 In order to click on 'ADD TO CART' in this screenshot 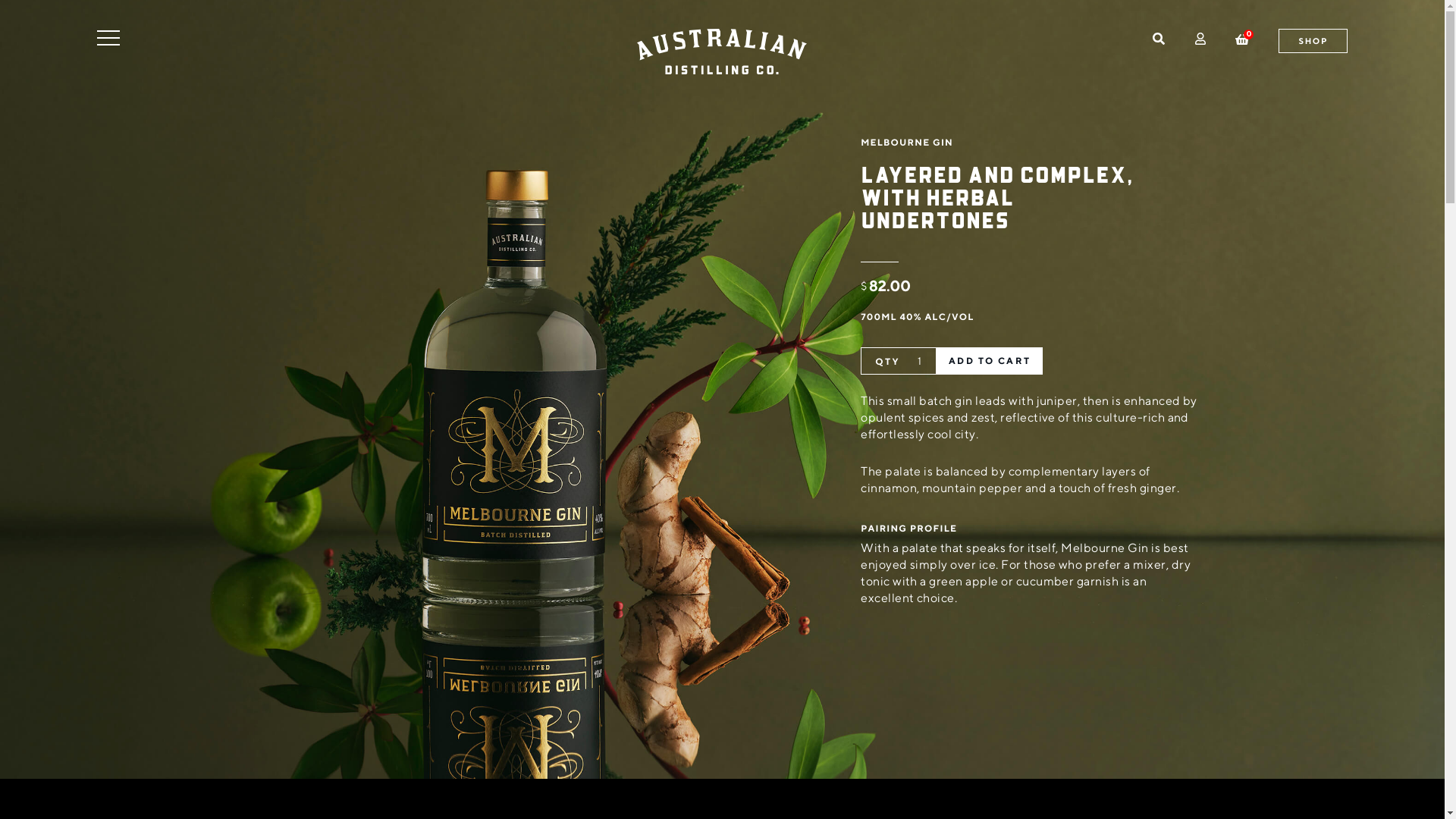, I will do `click(935, 360)`.